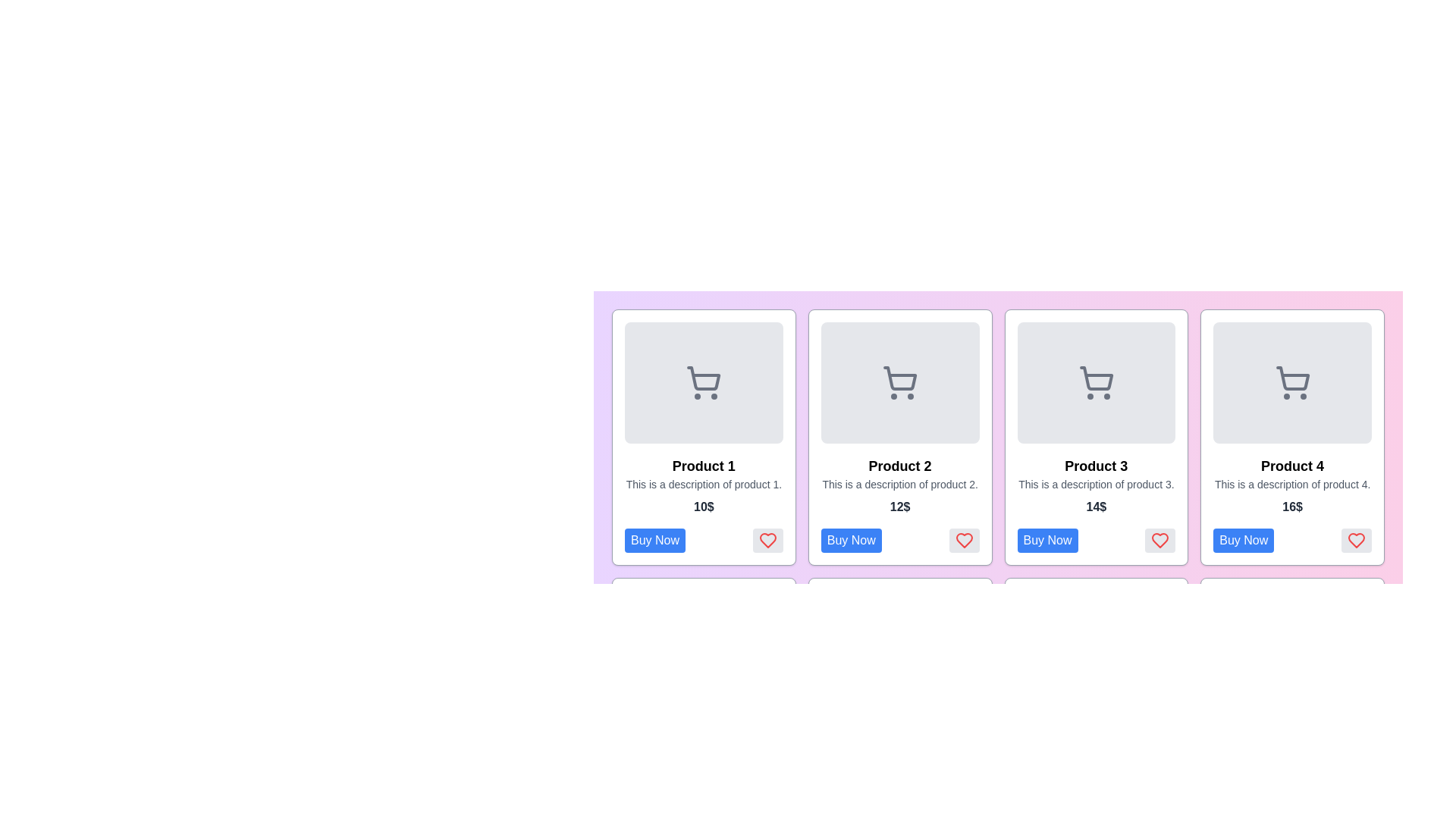 The width and height of the screenshot is (1456, 819). Describe the element at coordinates (703, 465) in the screenshot. I see `text label 'Product 1' which is bold and larger-sized, displayed in black at the top-middle of the product card` at that location.